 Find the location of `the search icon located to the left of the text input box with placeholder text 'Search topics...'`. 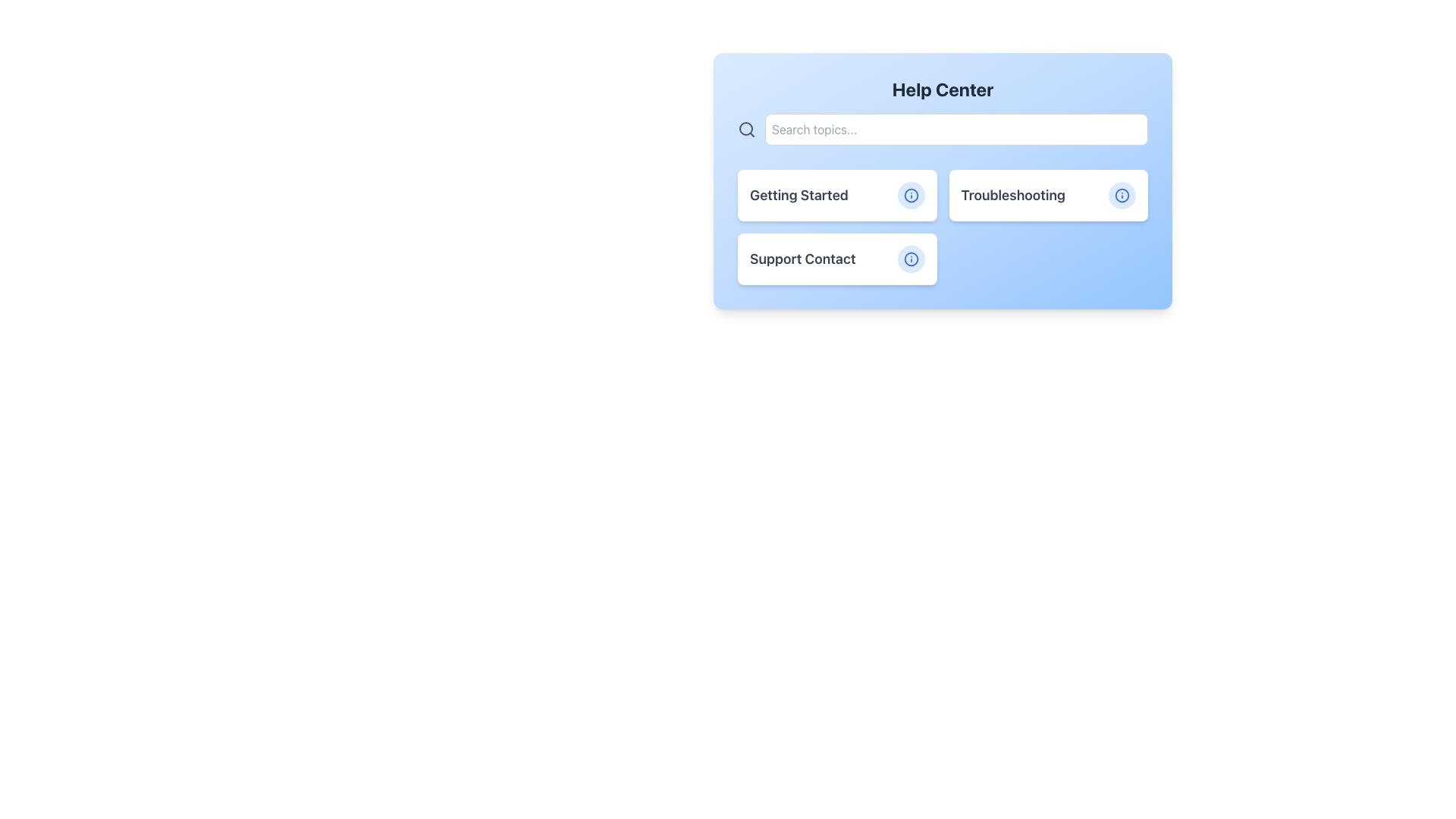

the search icon located to the left of the text input box with placeholder text 'Search topics...' is located at coordinates (746, 128).